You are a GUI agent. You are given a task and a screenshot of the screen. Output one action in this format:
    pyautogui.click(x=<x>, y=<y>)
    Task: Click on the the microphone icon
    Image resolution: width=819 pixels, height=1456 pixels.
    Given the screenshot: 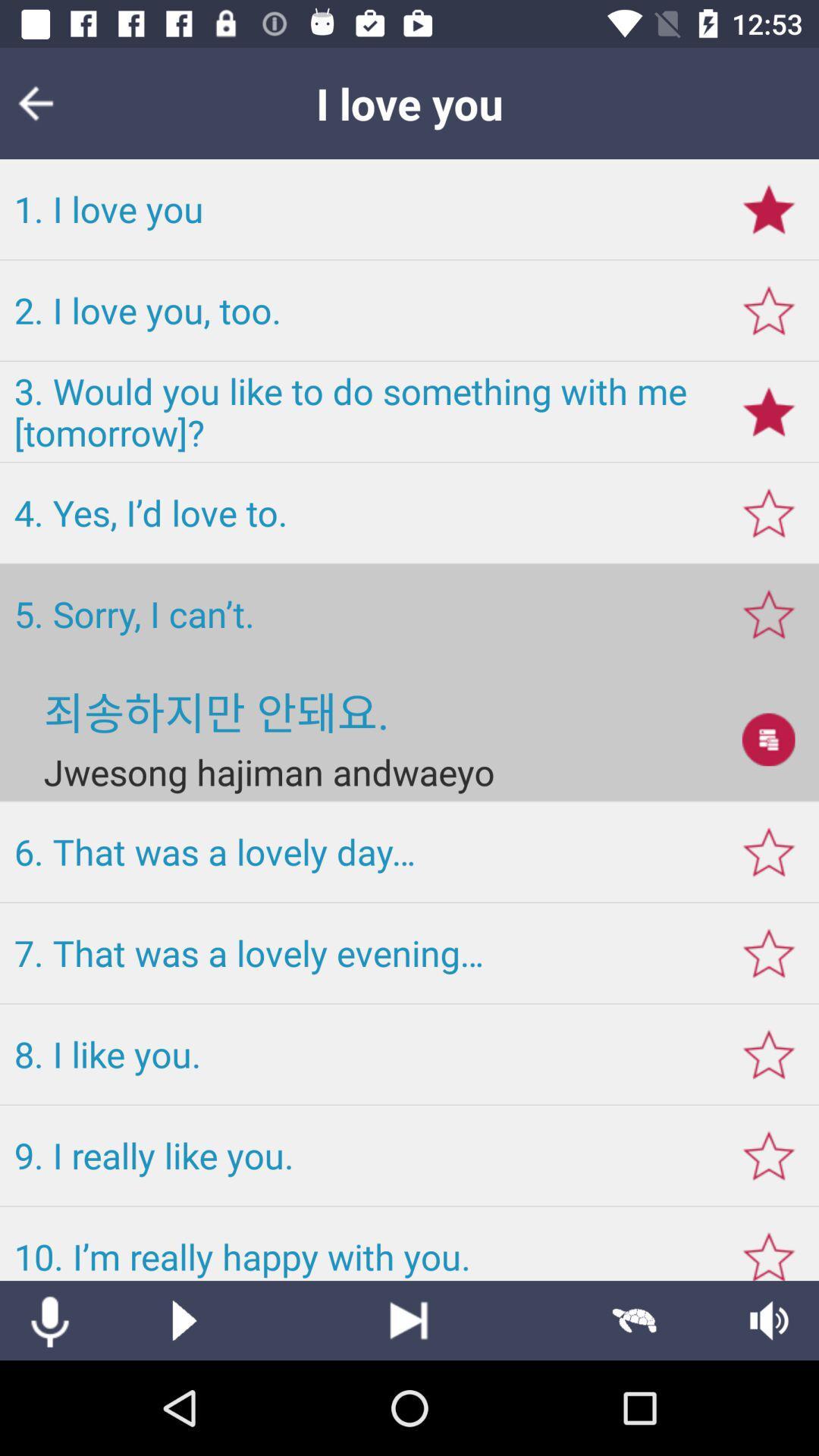 What is the action you would take?
    pyautogui.click(x=49, y=1319)
    